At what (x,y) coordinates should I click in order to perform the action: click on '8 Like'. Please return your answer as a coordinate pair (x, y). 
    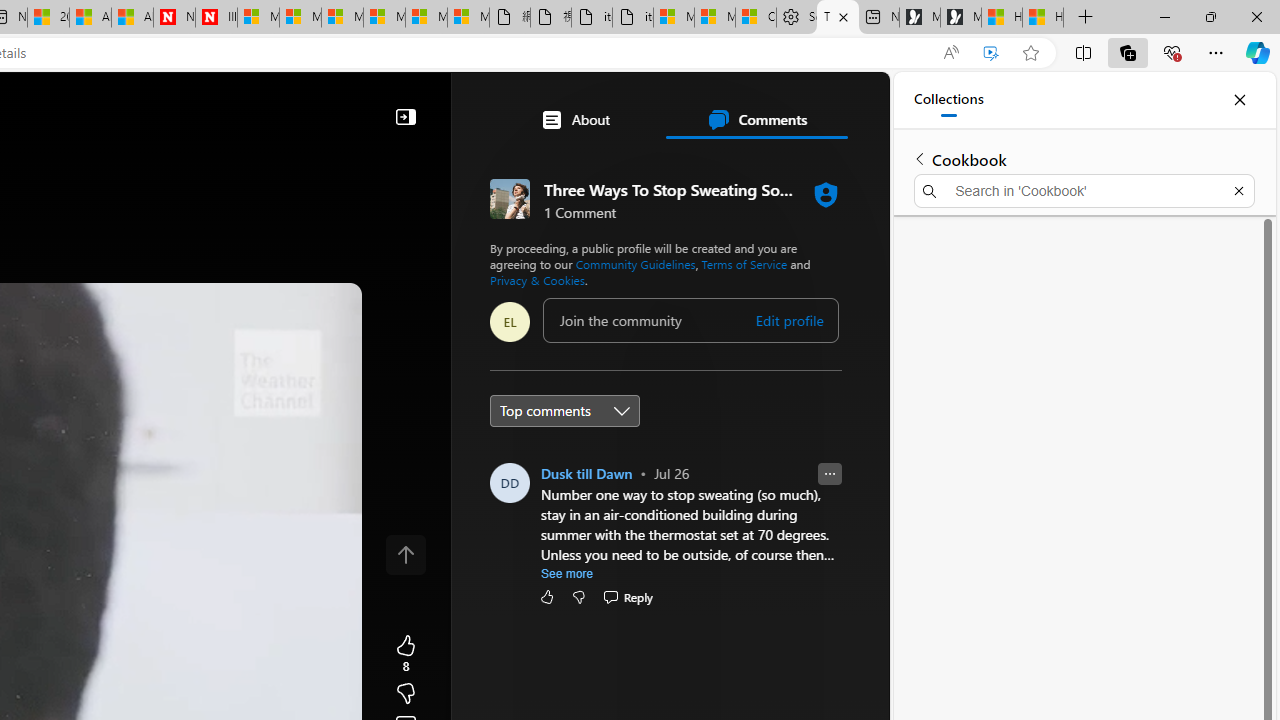
    Looking at the image, I should click on (405, 654).